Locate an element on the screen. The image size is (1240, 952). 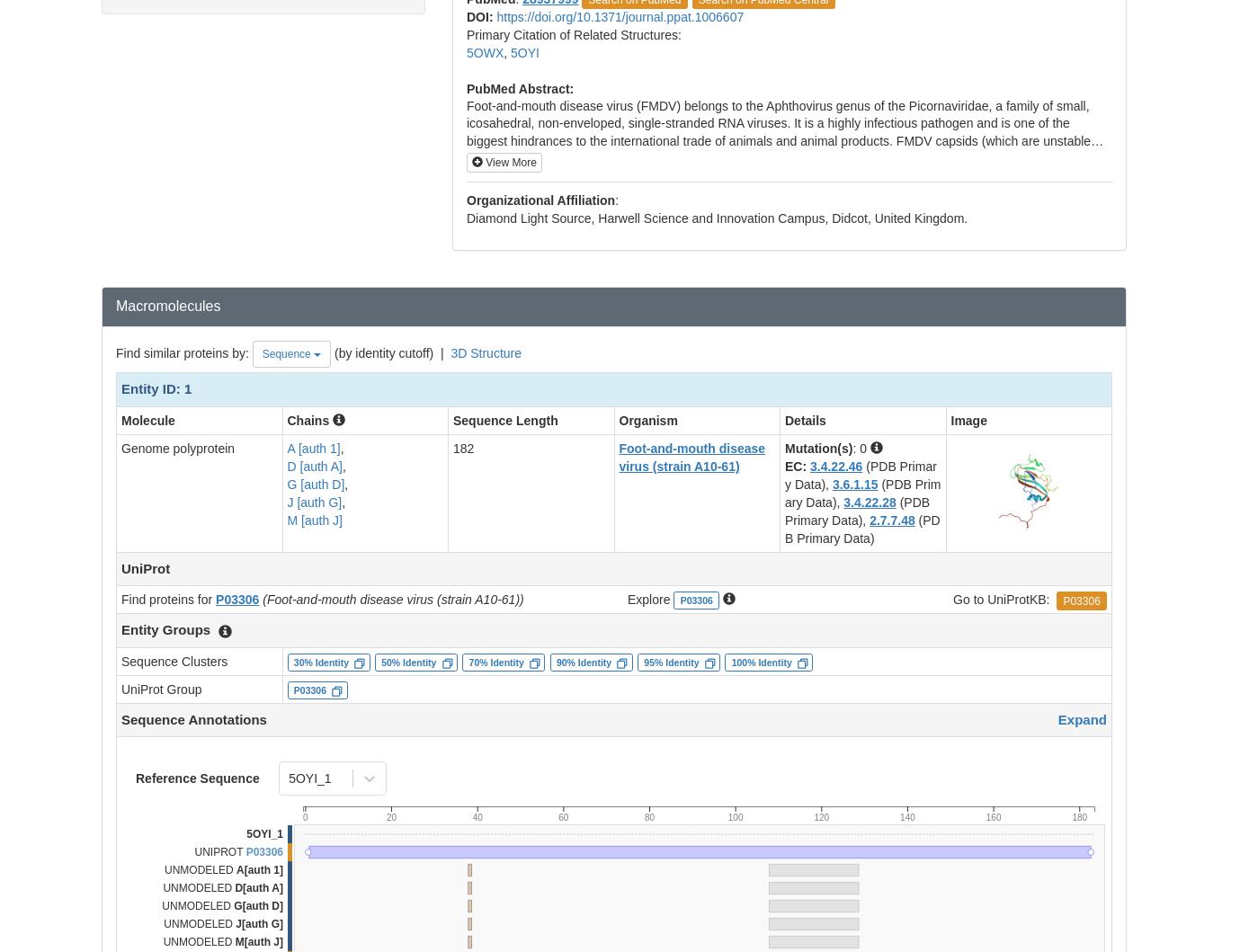
'20' is located at coordinates (389, 817).